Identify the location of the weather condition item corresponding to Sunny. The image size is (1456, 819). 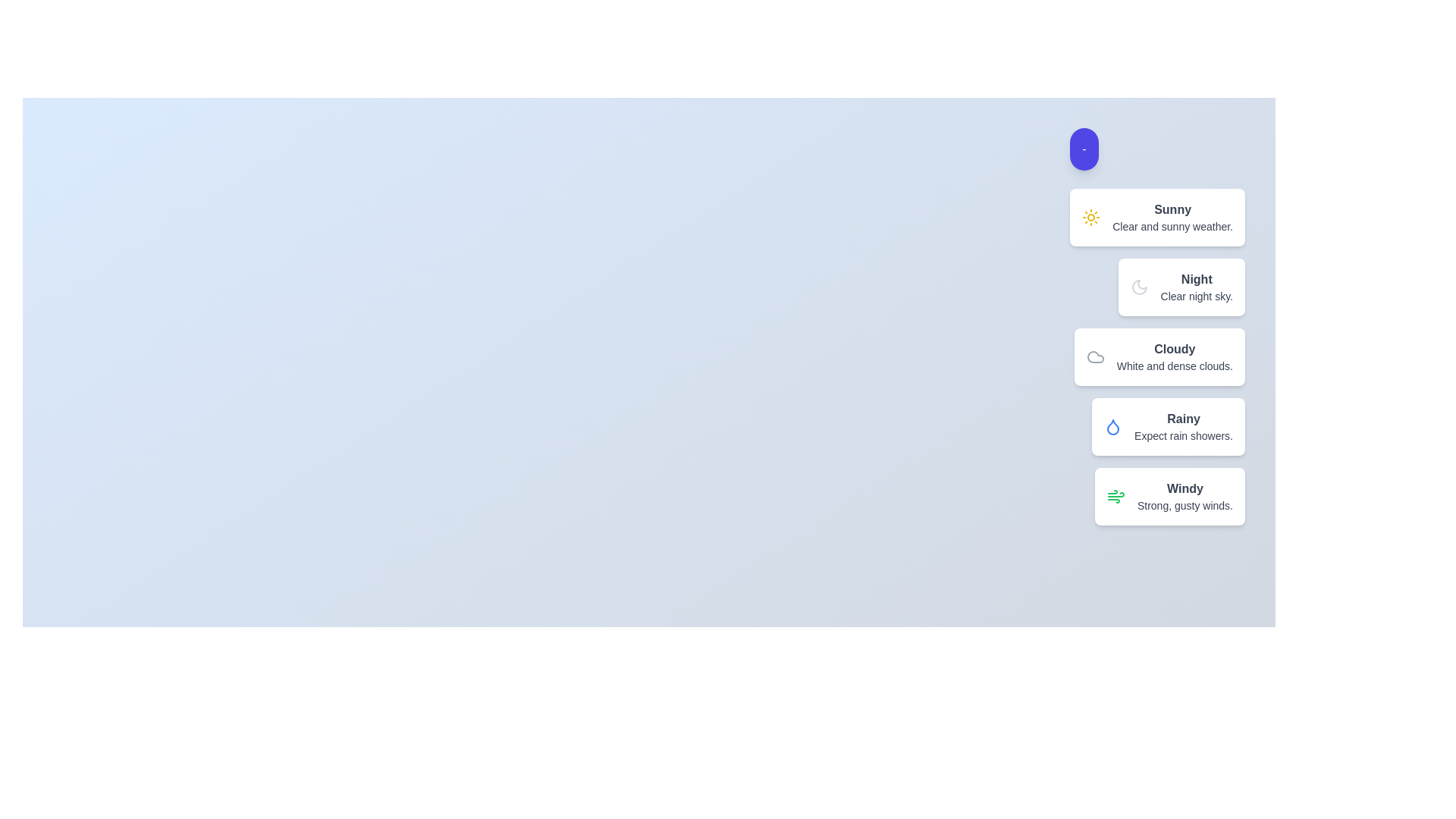
(1156, 217).